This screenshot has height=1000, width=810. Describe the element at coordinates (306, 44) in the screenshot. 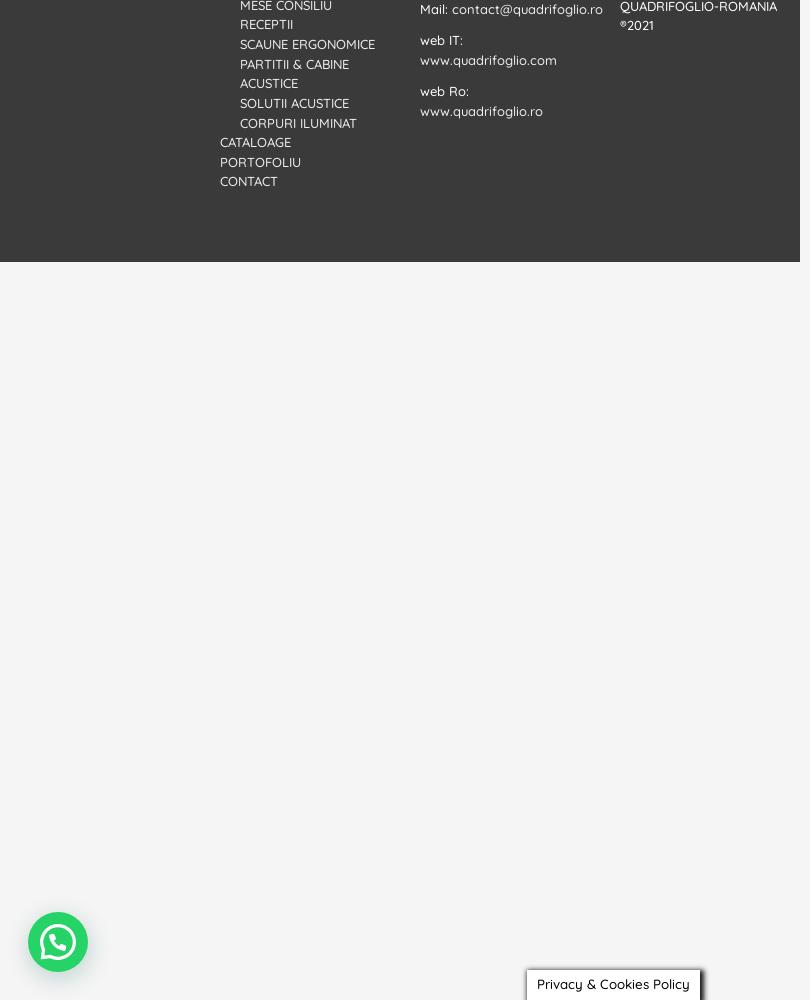

I see `'SCAUNE ERGONOMICE'` at that location.